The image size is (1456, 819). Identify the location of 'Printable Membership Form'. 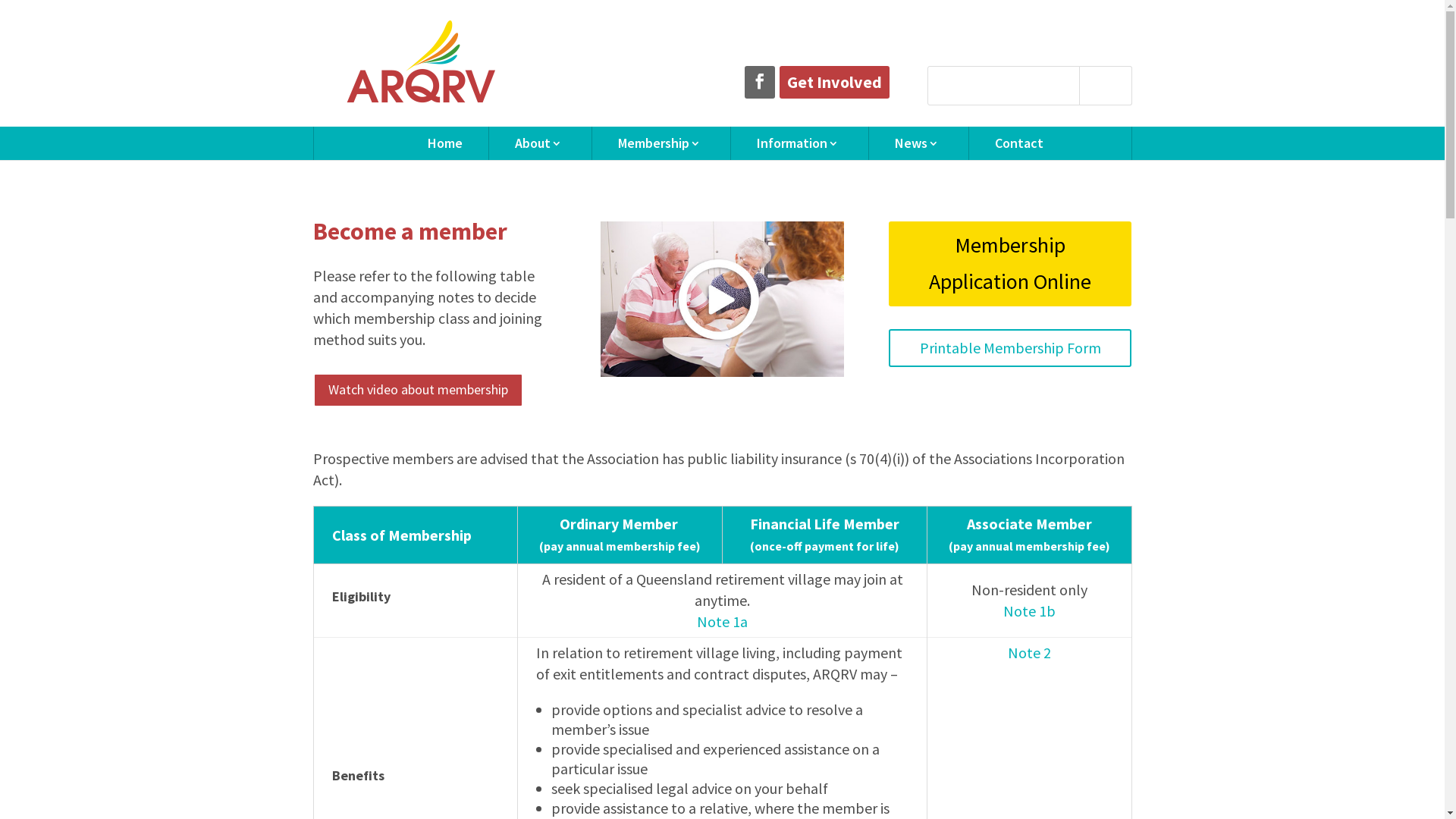
(1010, 348).